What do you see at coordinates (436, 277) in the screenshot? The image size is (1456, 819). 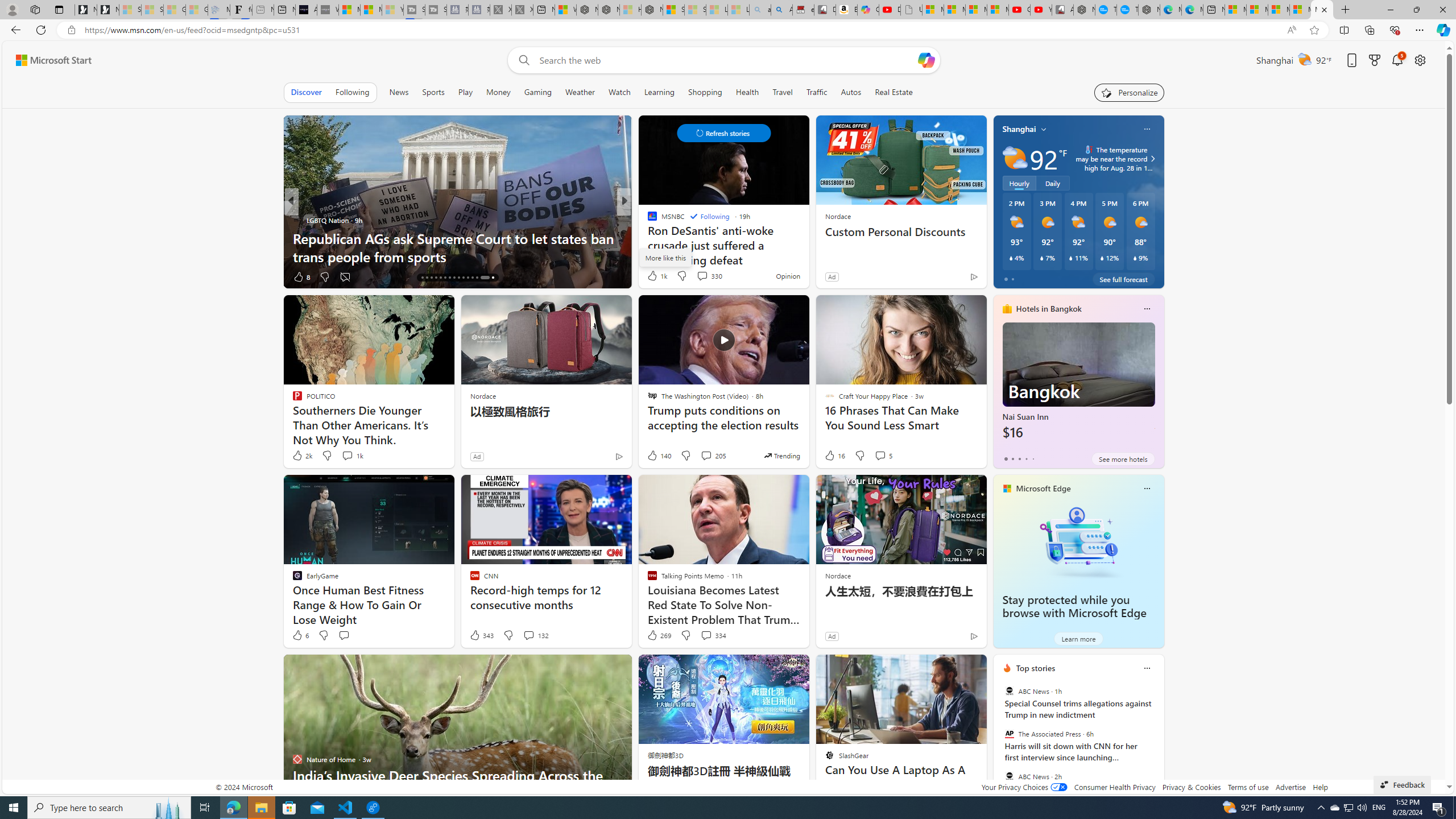 I see `'AutomationID: tab-19'` at bounding box center [436, 277].